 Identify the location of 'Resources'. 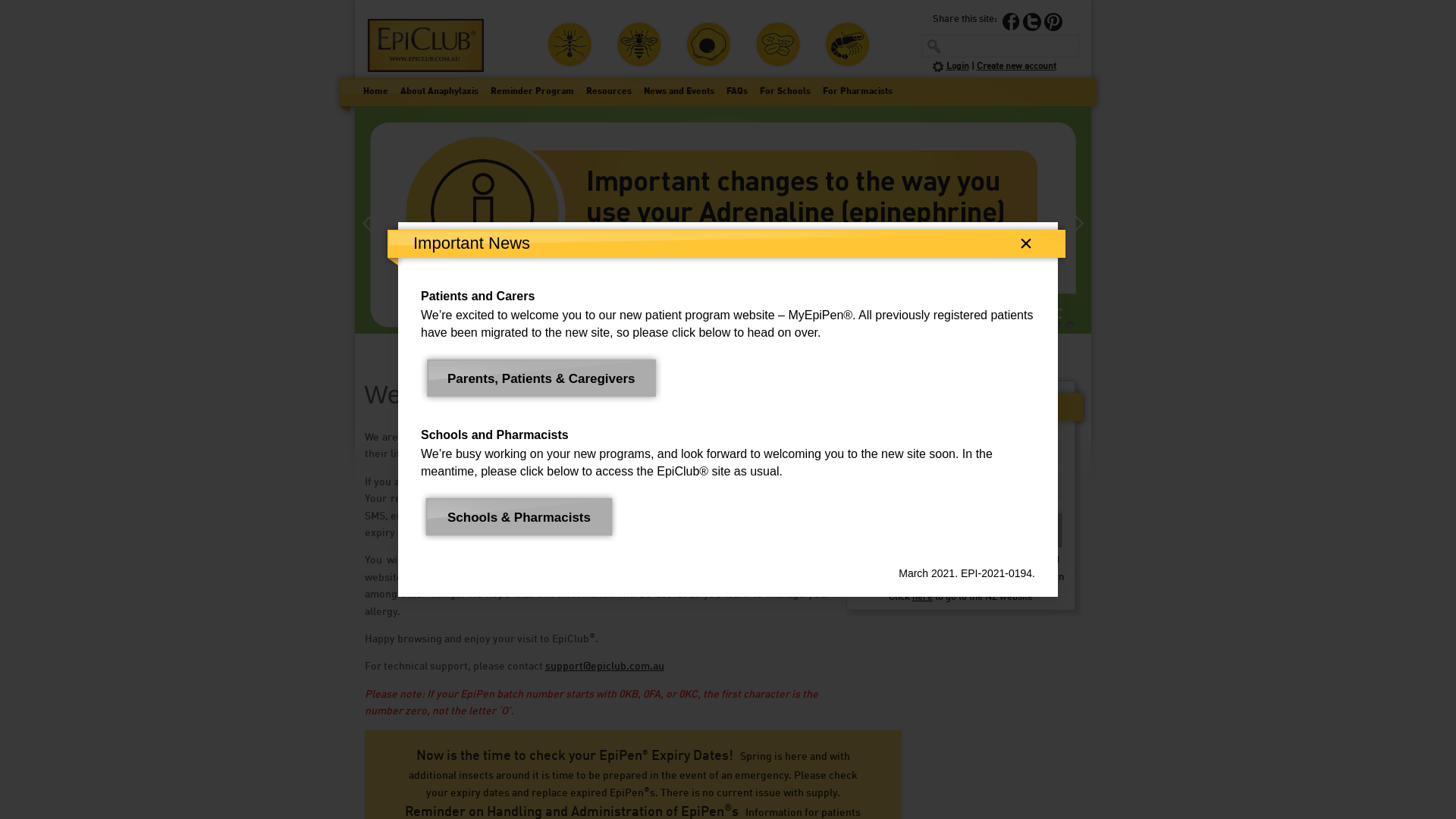
(607, 91).